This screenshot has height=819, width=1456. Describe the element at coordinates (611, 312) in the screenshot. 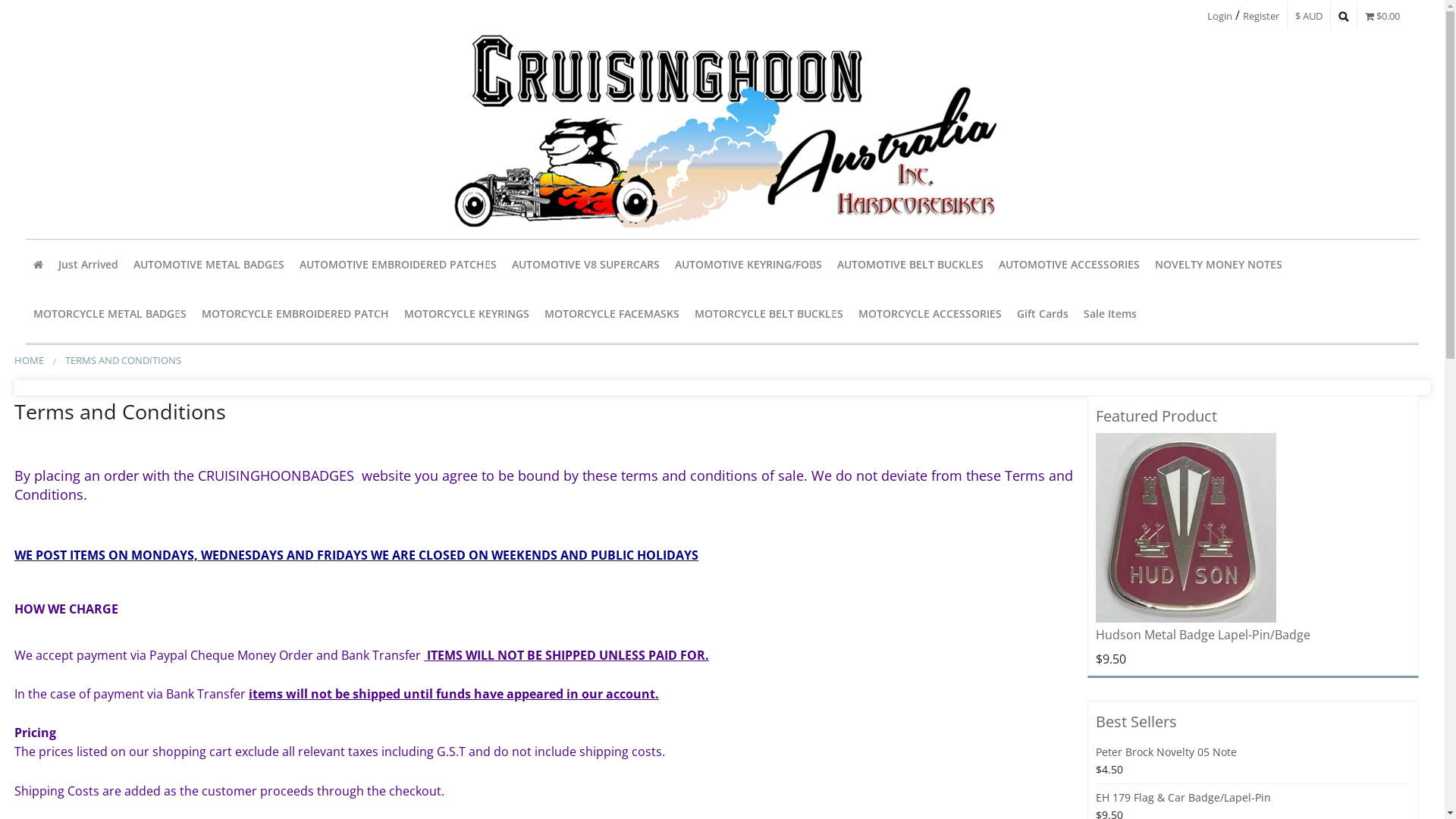

I see `'MOTORCYCLE FACEMASKS'` at that location.